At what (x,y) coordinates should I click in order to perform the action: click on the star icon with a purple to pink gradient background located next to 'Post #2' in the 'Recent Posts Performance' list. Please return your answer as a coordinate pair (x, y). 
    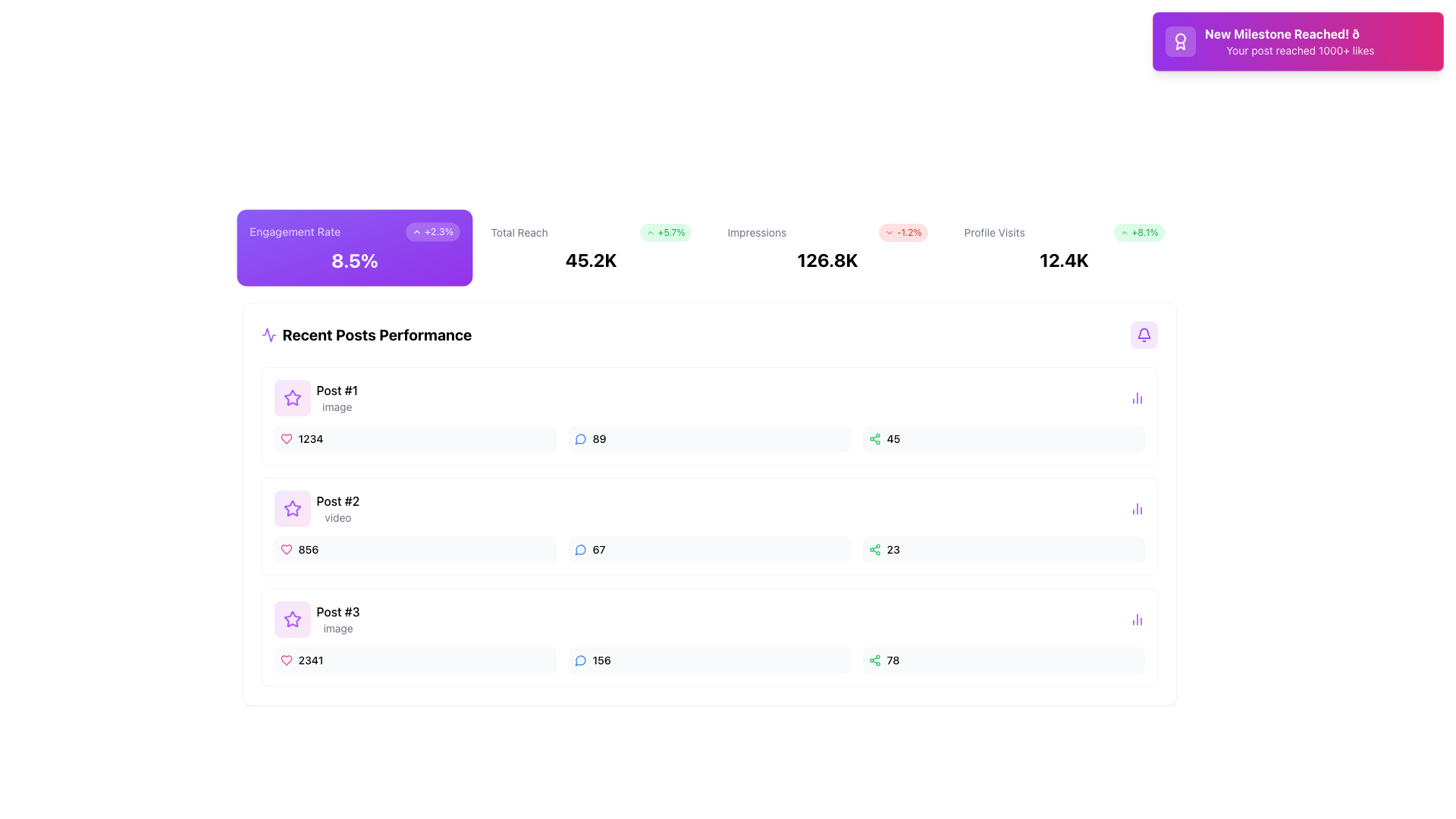
    Looking at the image, I should click on (292, 509).